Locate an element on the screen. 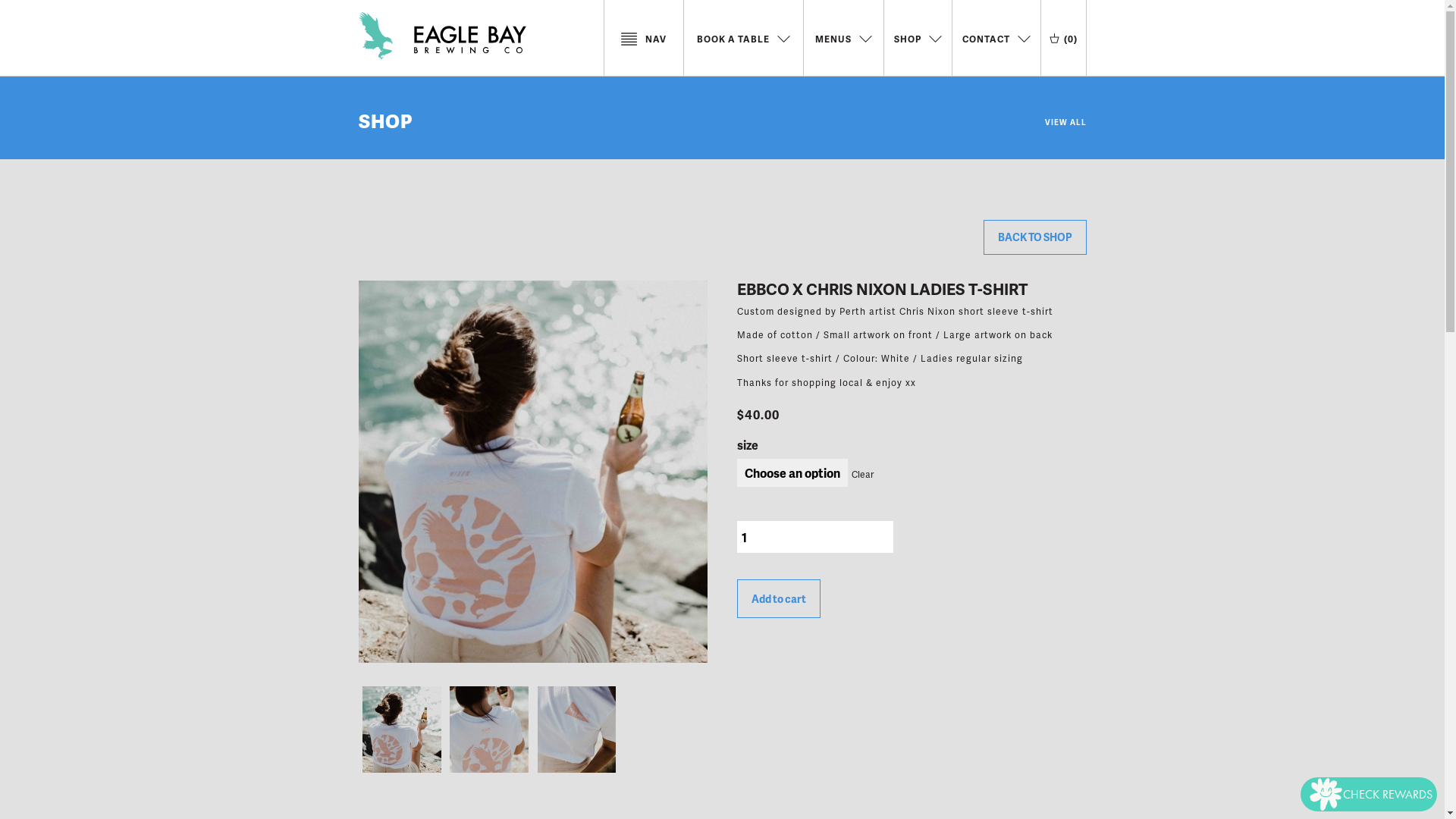  'EBB Ladies (13 of 54)' is located at coordinates (445, 728).